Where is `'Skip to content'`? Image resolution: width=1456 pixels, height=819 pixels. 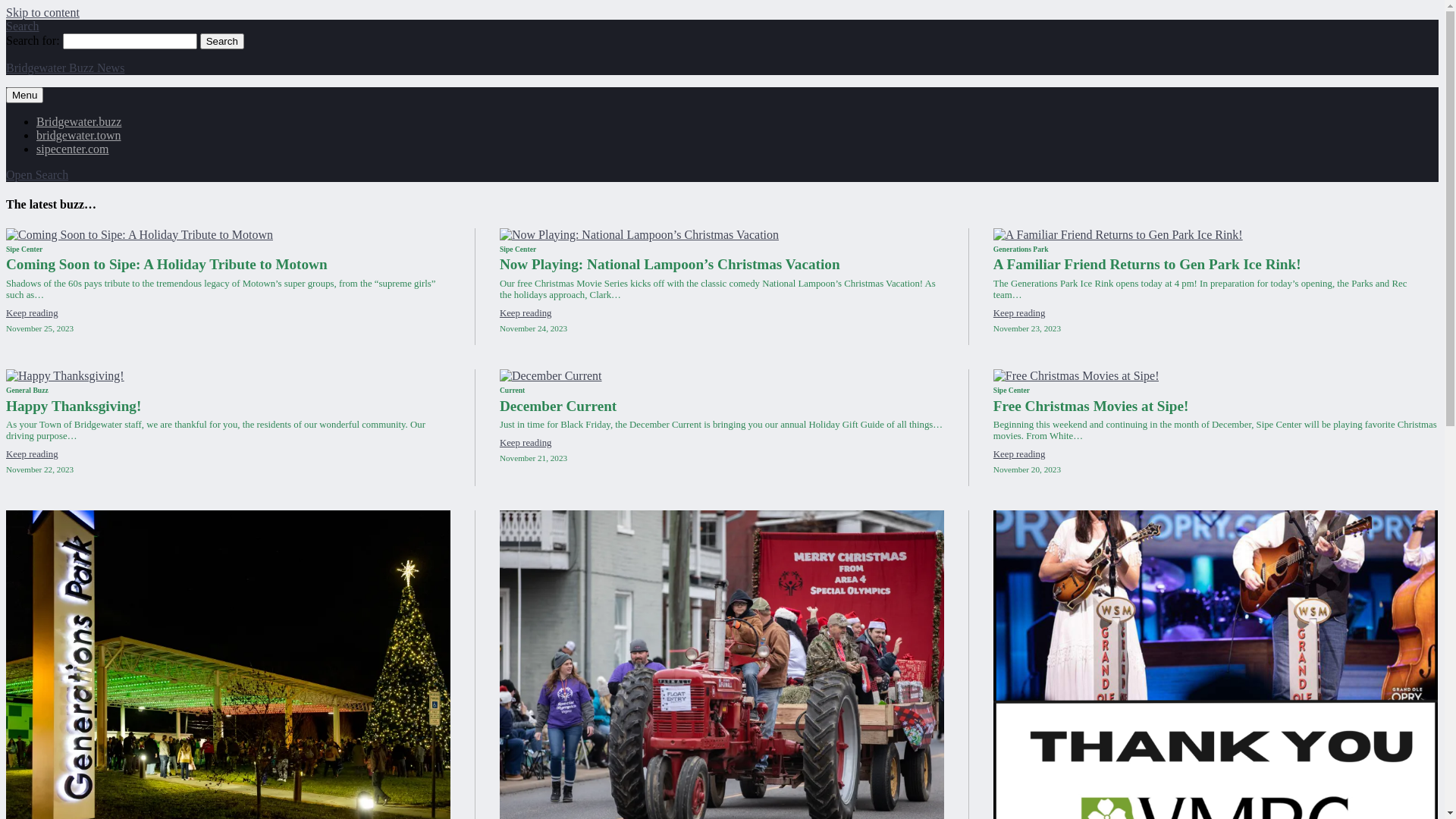
'Skip to content' is located at coordinates (6, 12).